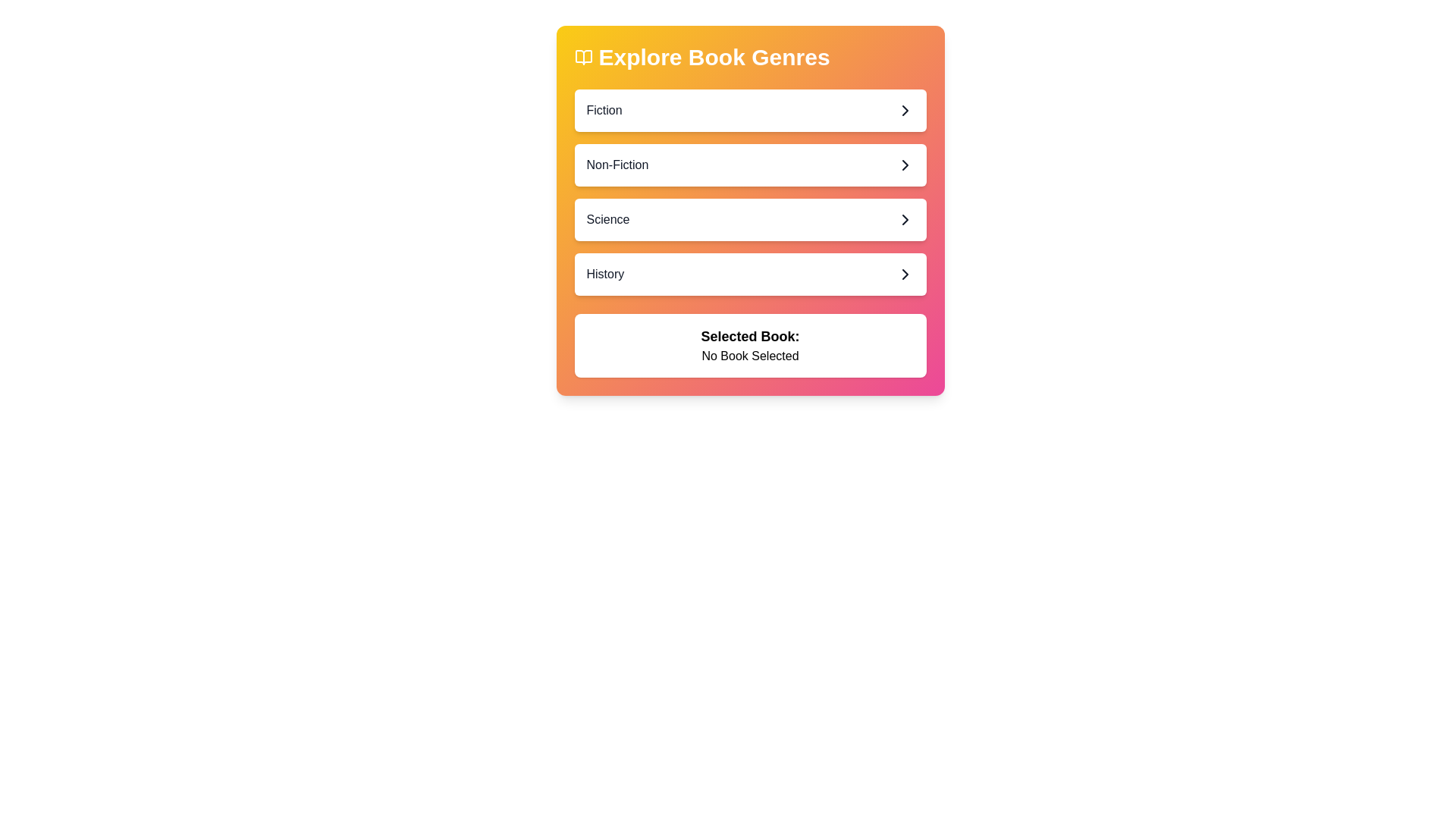 The width and height of the screenshot is (1456, 819). What do you see at coordinates (617, 165) in the screenshot?
I see `the 'Non-Fiction' text label` at bounding box center [617, 165].